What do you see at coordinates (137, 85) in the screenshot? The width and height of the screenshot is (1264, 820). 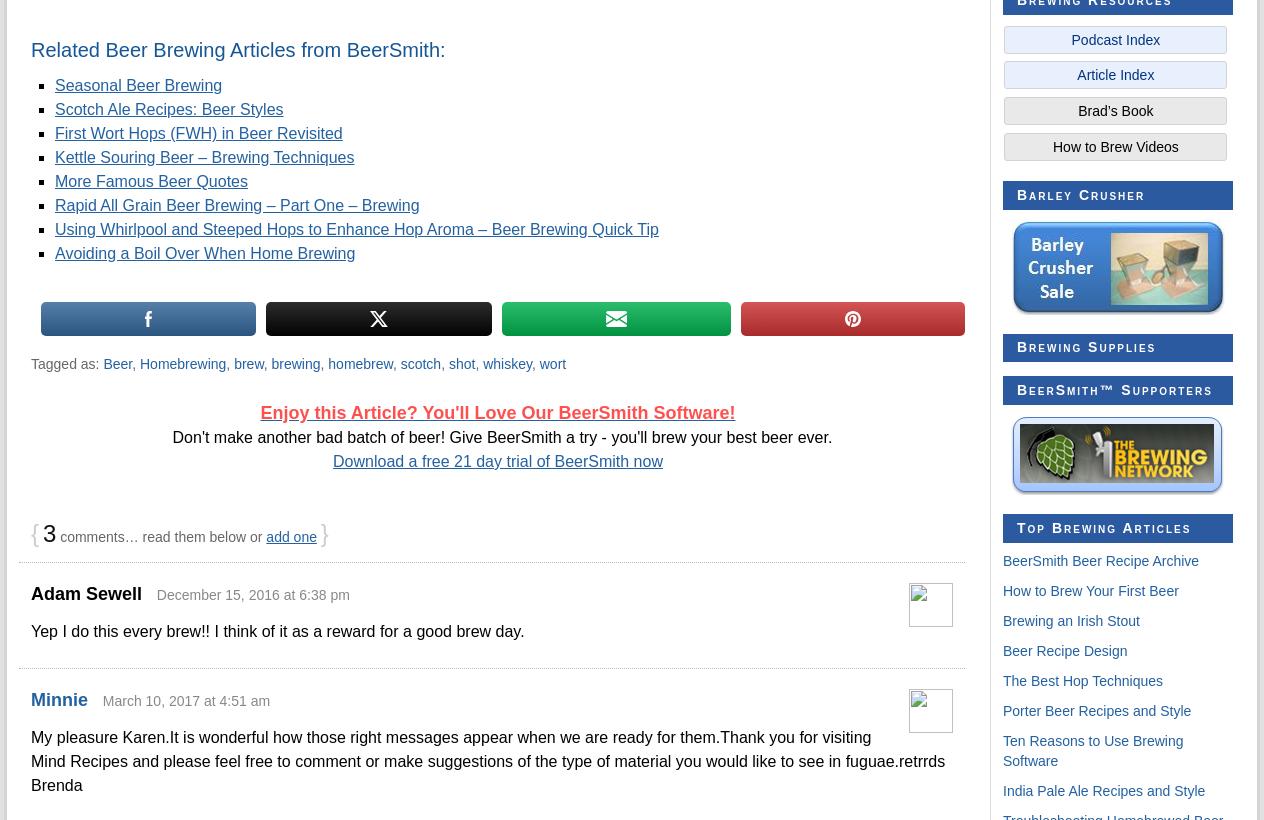 I see `'Seasonal Beer Brewing'` at bounding box center [137, 85].